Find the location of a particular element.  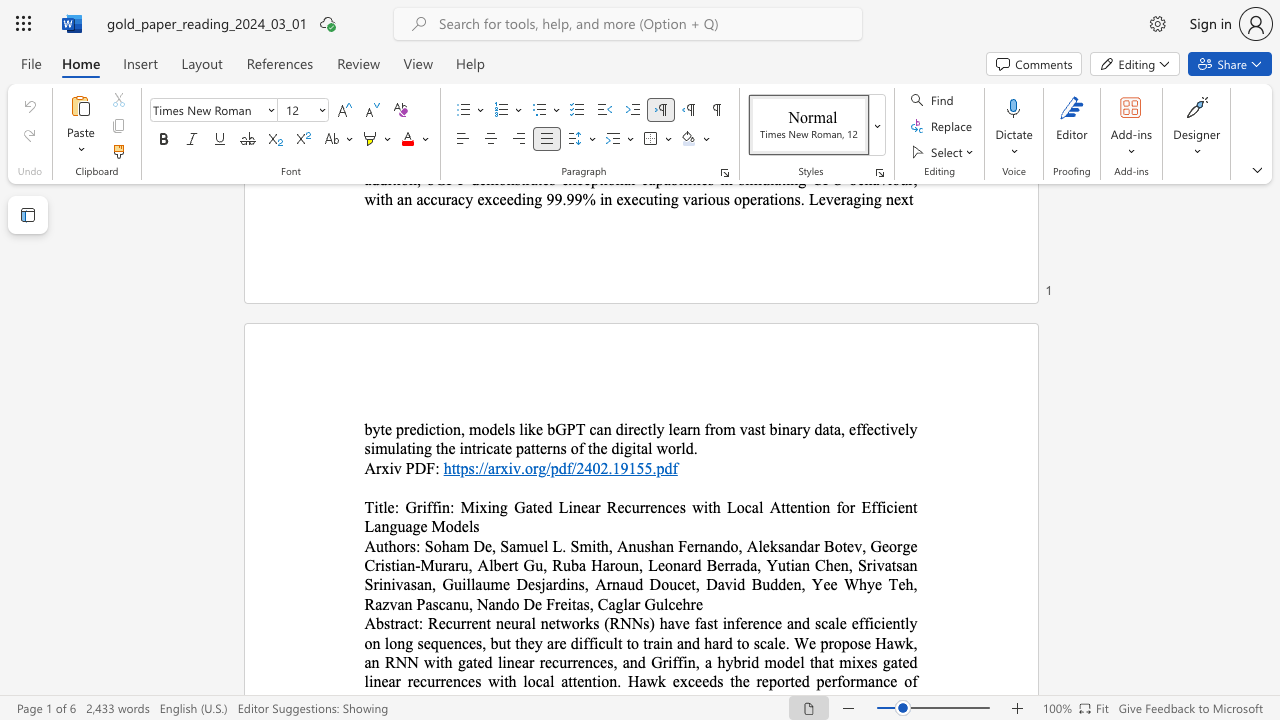

the subset text "s of th" within the text "byte prediction, models like bGPT can directly learn from vast binary data, effectively simulating the intricate patterns of the digital world." is located at coordinates (560, 447).